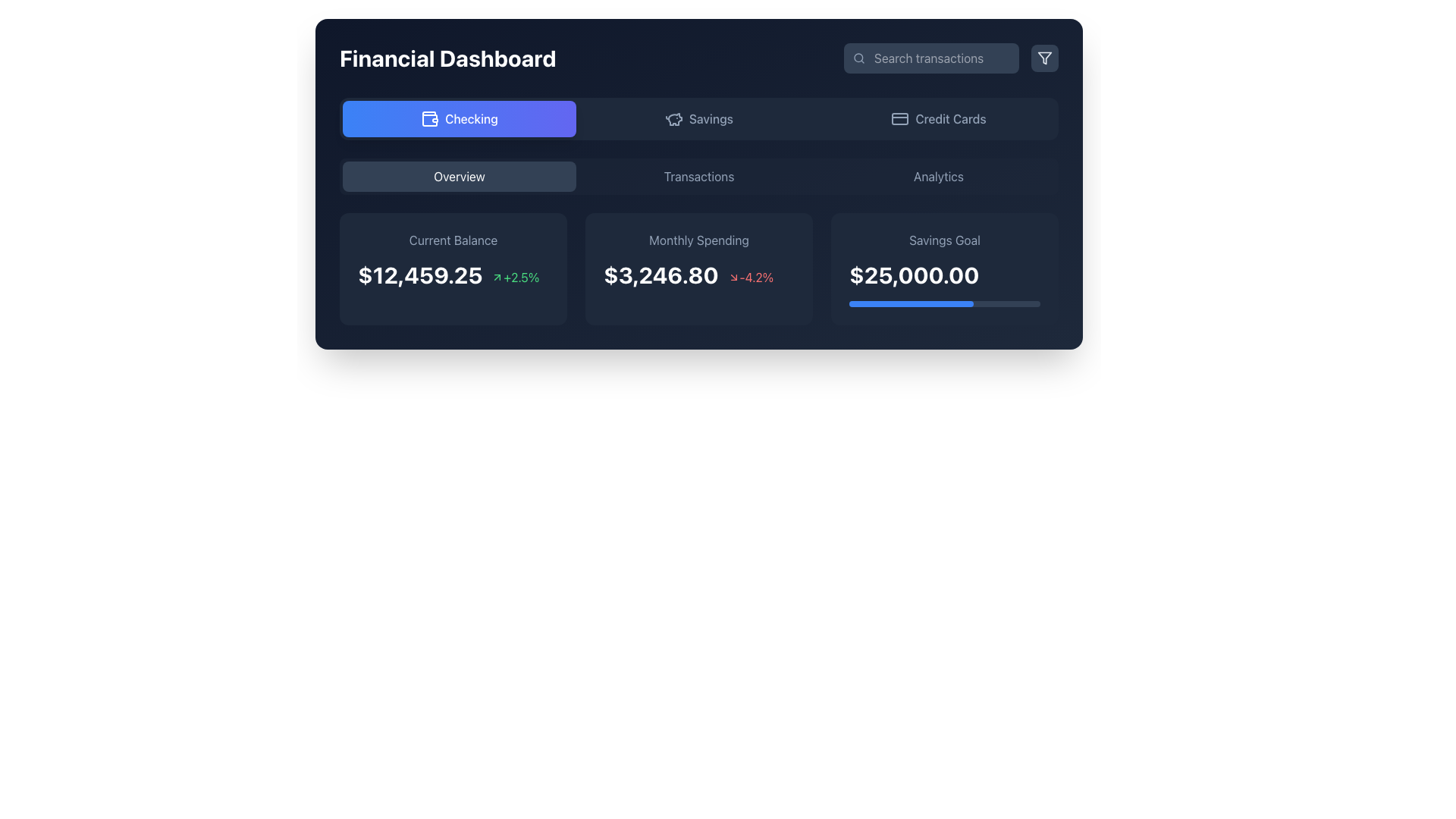 This screenshot has height=819, width=1456. Describe the element at coordinates (698, 175) in the screenshot. I see `the 'Transactions' tab in the Horizontal Tab Menu` at that location.